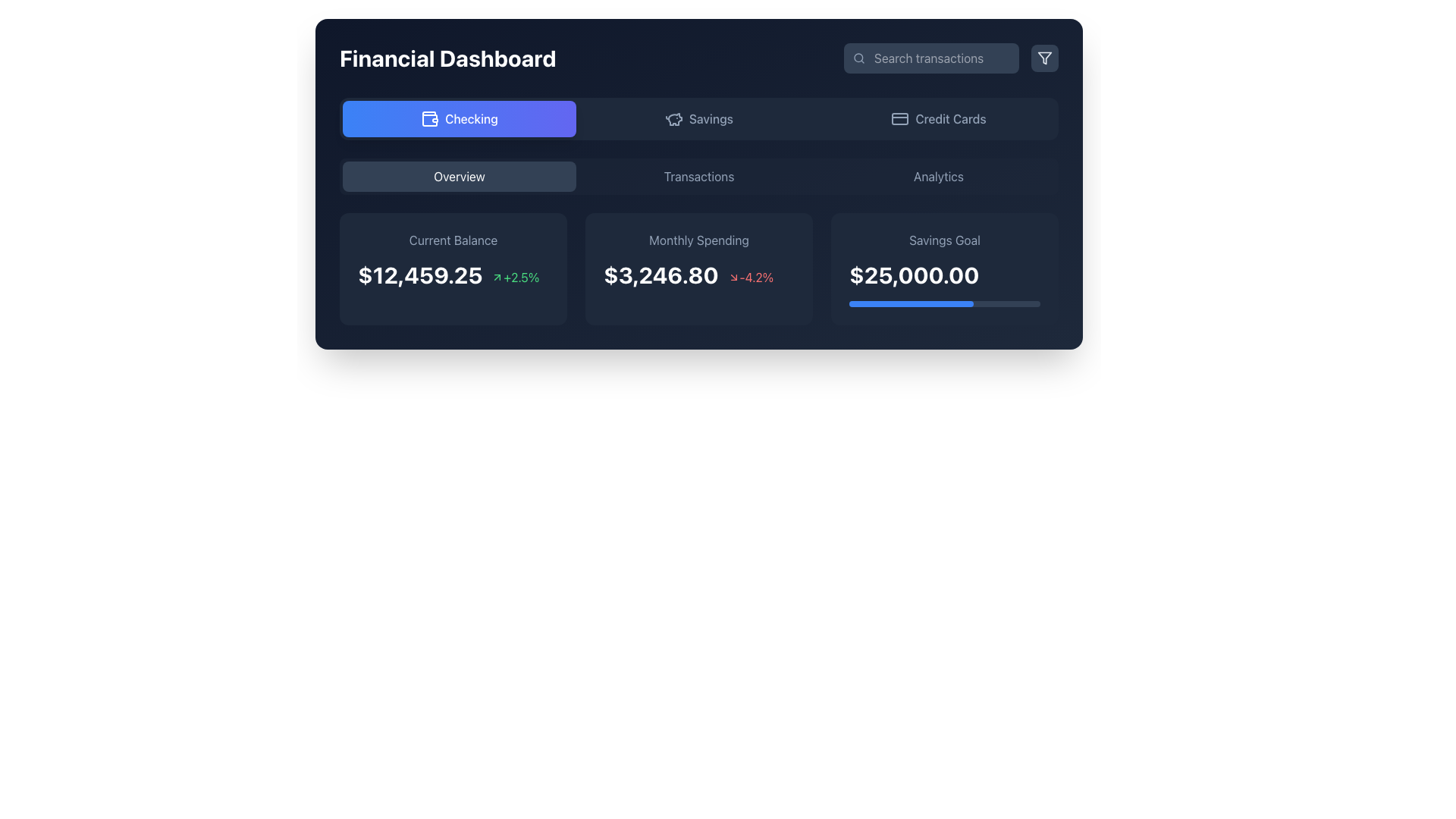 This screenshot has height=819, width=1456. Describe the element at coordinates (698, 175) in the screenshot. I see `the 'Transactions' tab in the Horizontal Tab Menu` at that location.